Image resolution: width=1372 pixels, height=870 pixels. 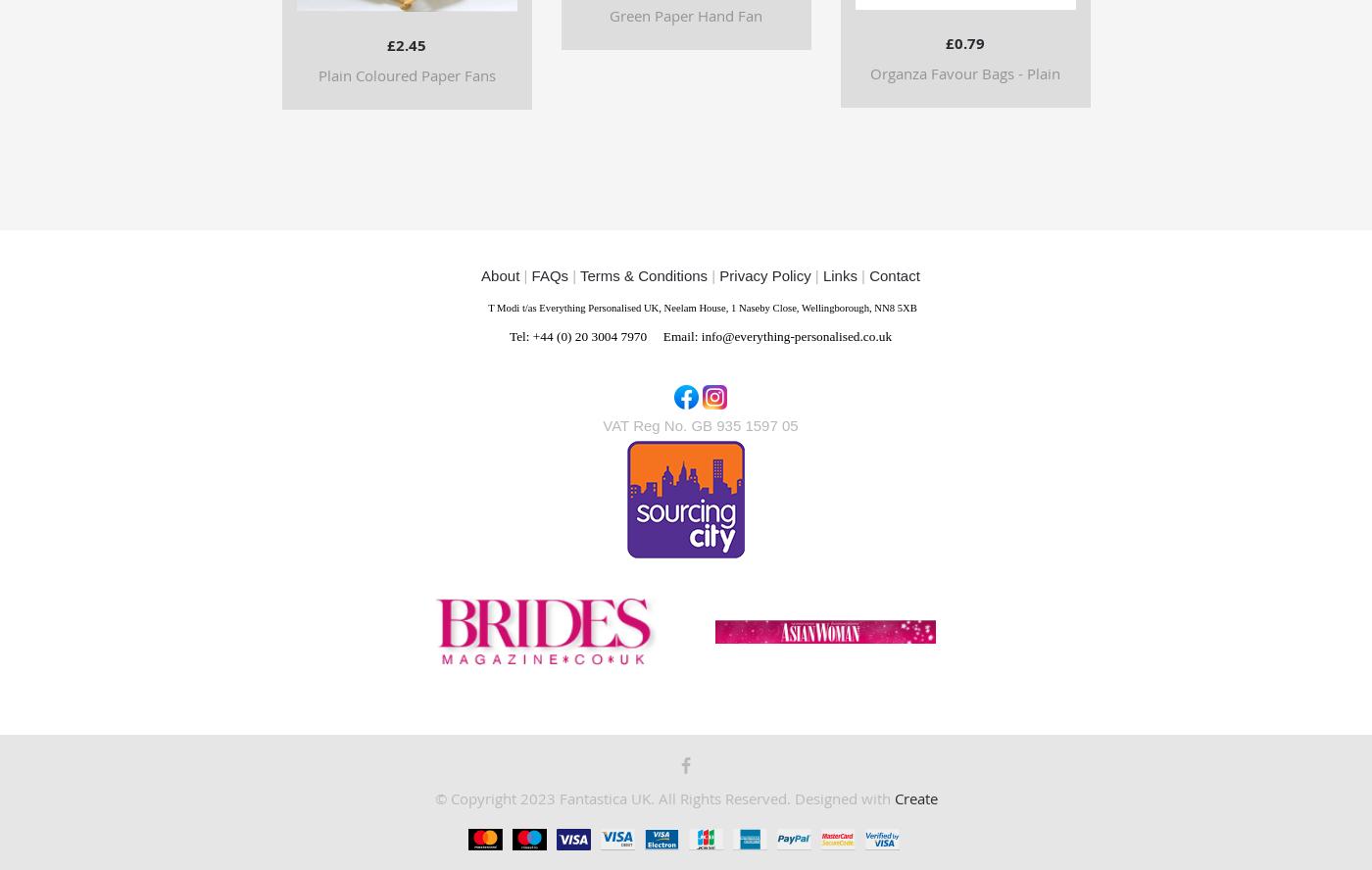 I want to click on '© Copyright 2023 Fantastica UK. All Rights Reserved.', so click(x=613, y=798).